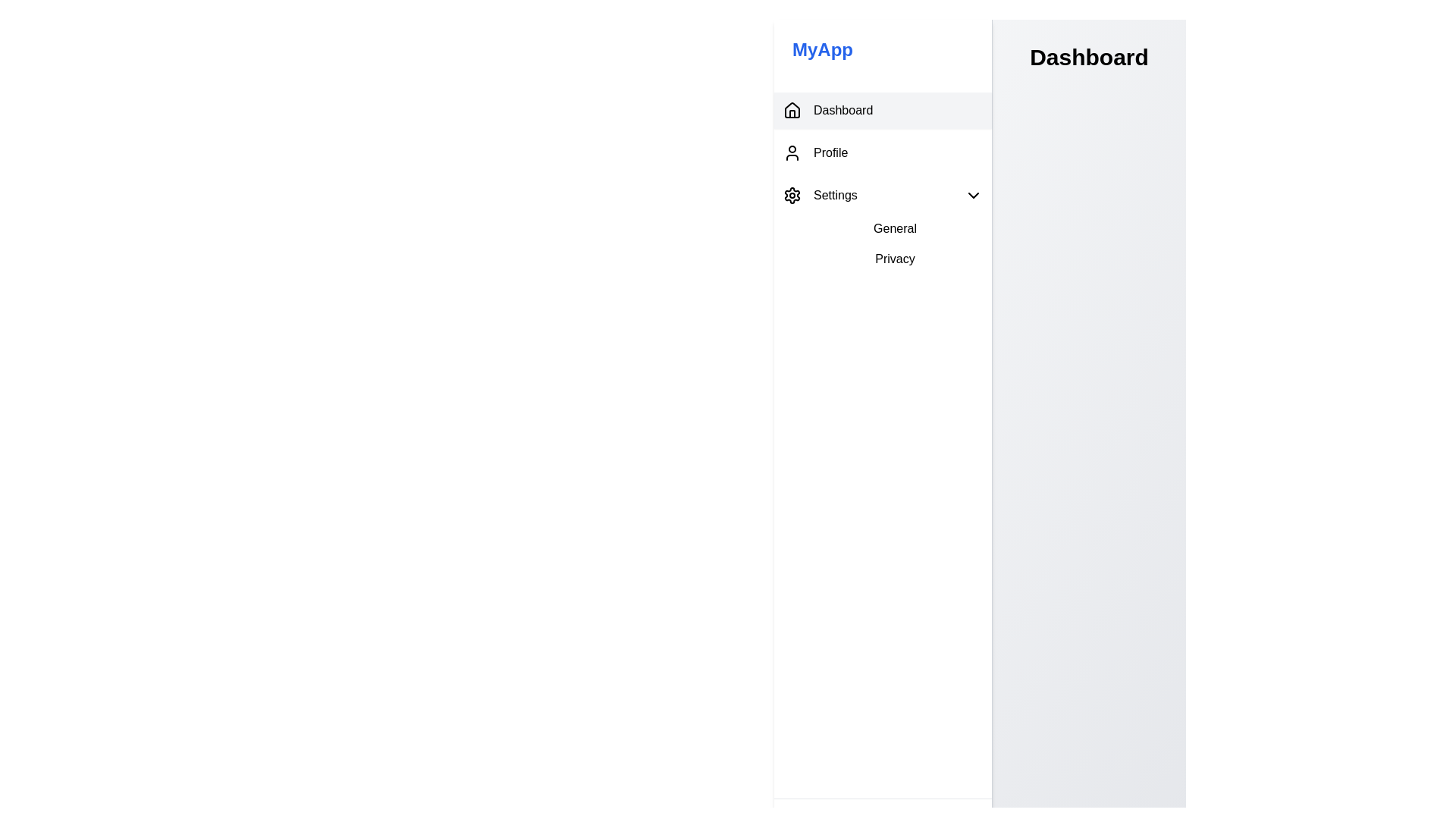 Image resolution: width=1456 pixels, height=819 pixels. I want to click on the text label reading 'Dashboard' located immediately to the right of the home icon in the vertical navigation menu, so click(843, 110).